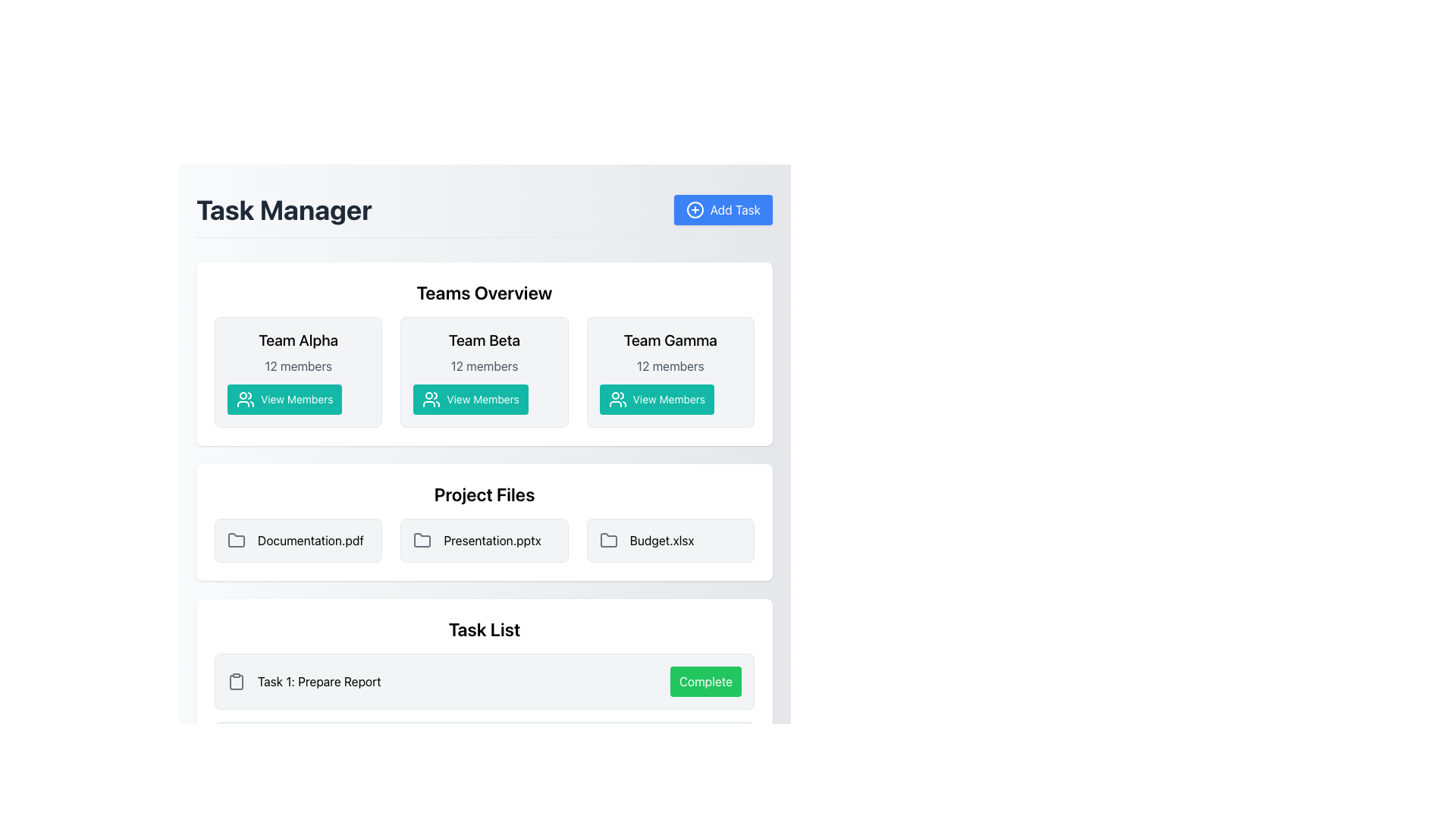 This screenshot has width=1456, height=819. What do you see at coordinates (694, 210) in the screenshot?
I see `the circular icon at the center of the 'Add Task' button, which has a bright blue background and white text` at bounding box center [694, 210].